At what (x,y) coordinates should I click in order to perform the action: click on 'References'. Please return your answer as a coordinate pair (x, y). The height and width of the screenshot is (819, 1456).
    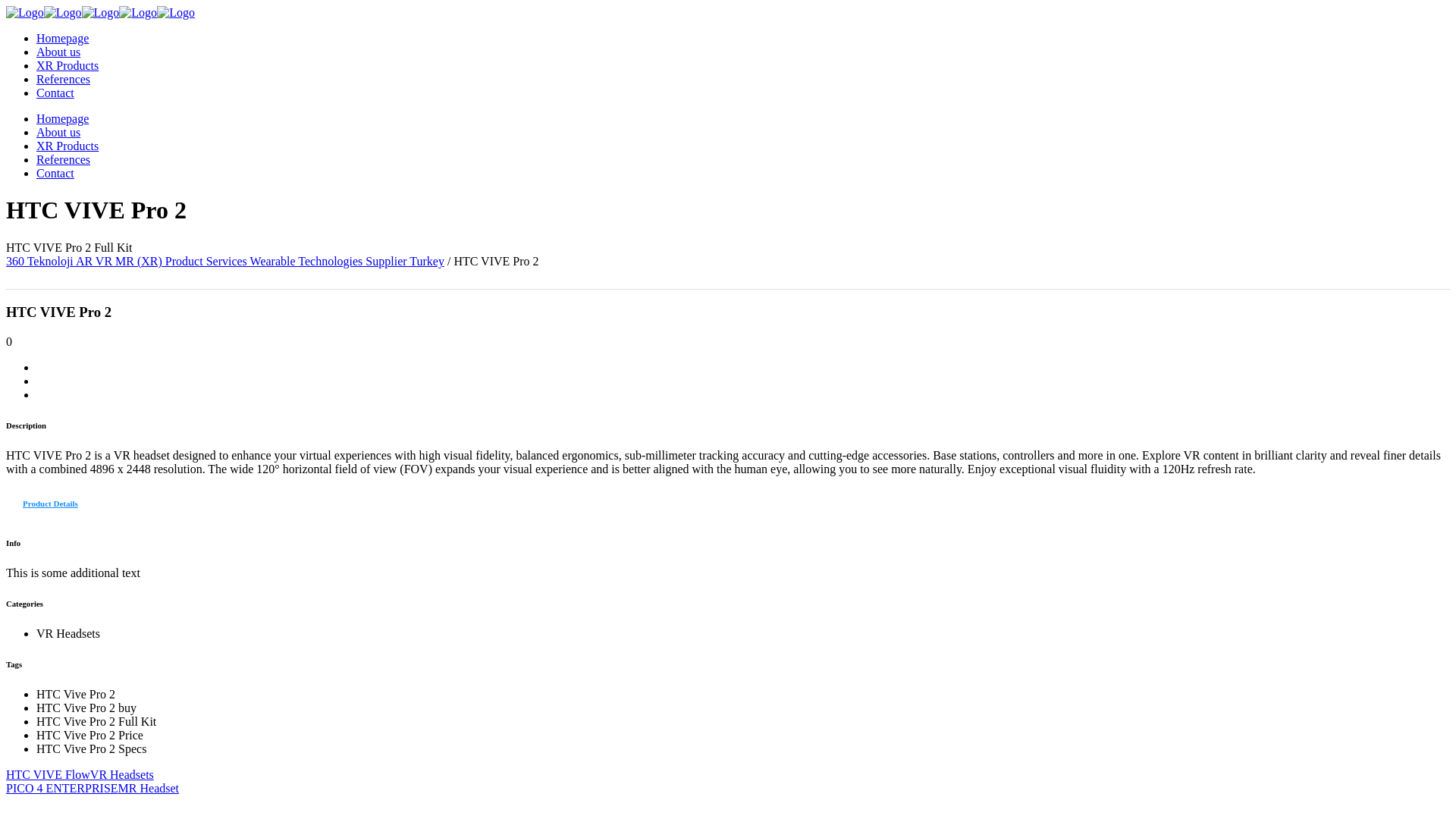
    Looking at the image, I should click on (62, 79).